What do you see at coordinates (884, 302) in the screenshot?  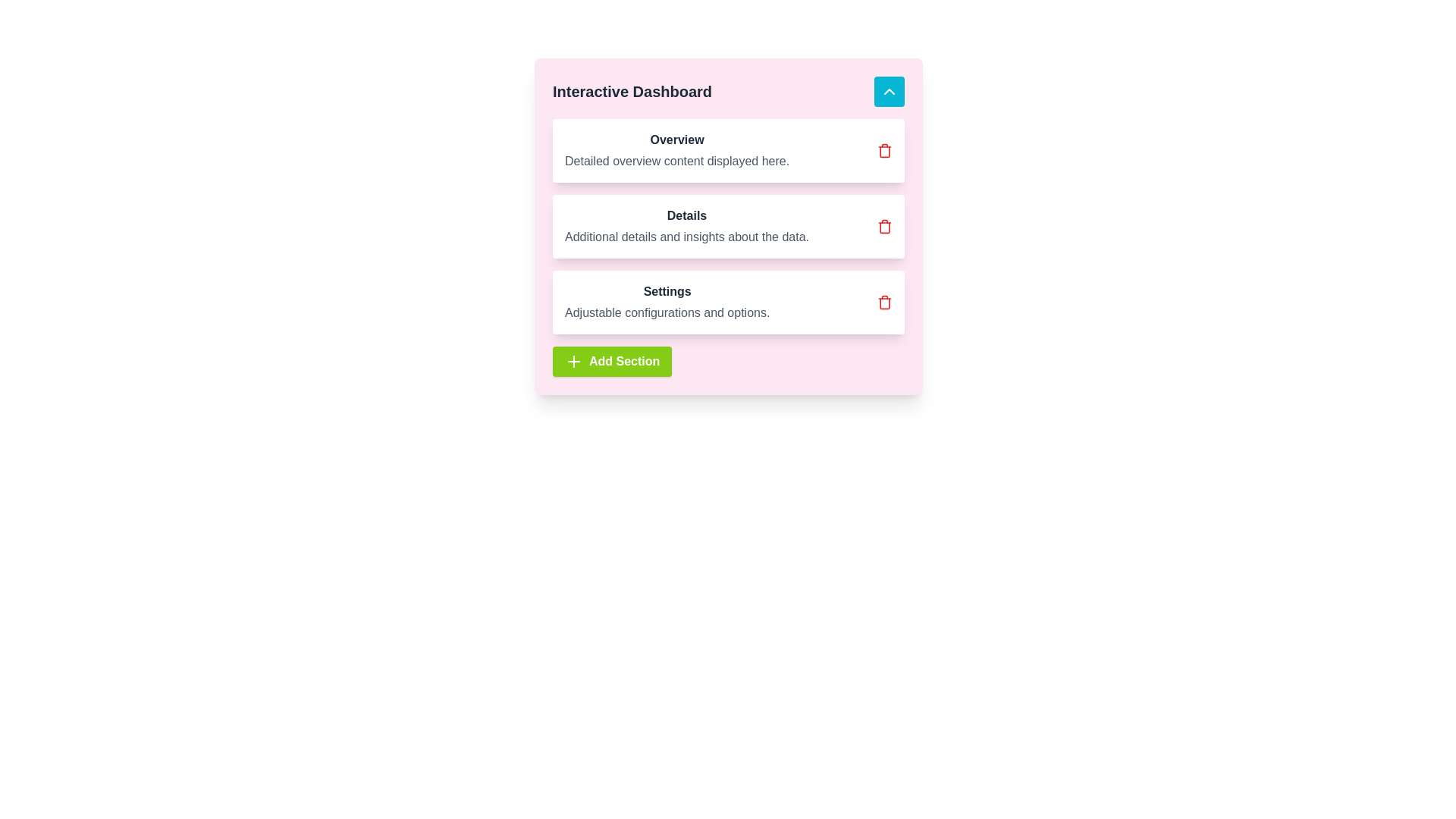 I see `the red trash bin icon button located in the 'Settings' section of the third card in the vertical stack` at bounding box center [884, 302].